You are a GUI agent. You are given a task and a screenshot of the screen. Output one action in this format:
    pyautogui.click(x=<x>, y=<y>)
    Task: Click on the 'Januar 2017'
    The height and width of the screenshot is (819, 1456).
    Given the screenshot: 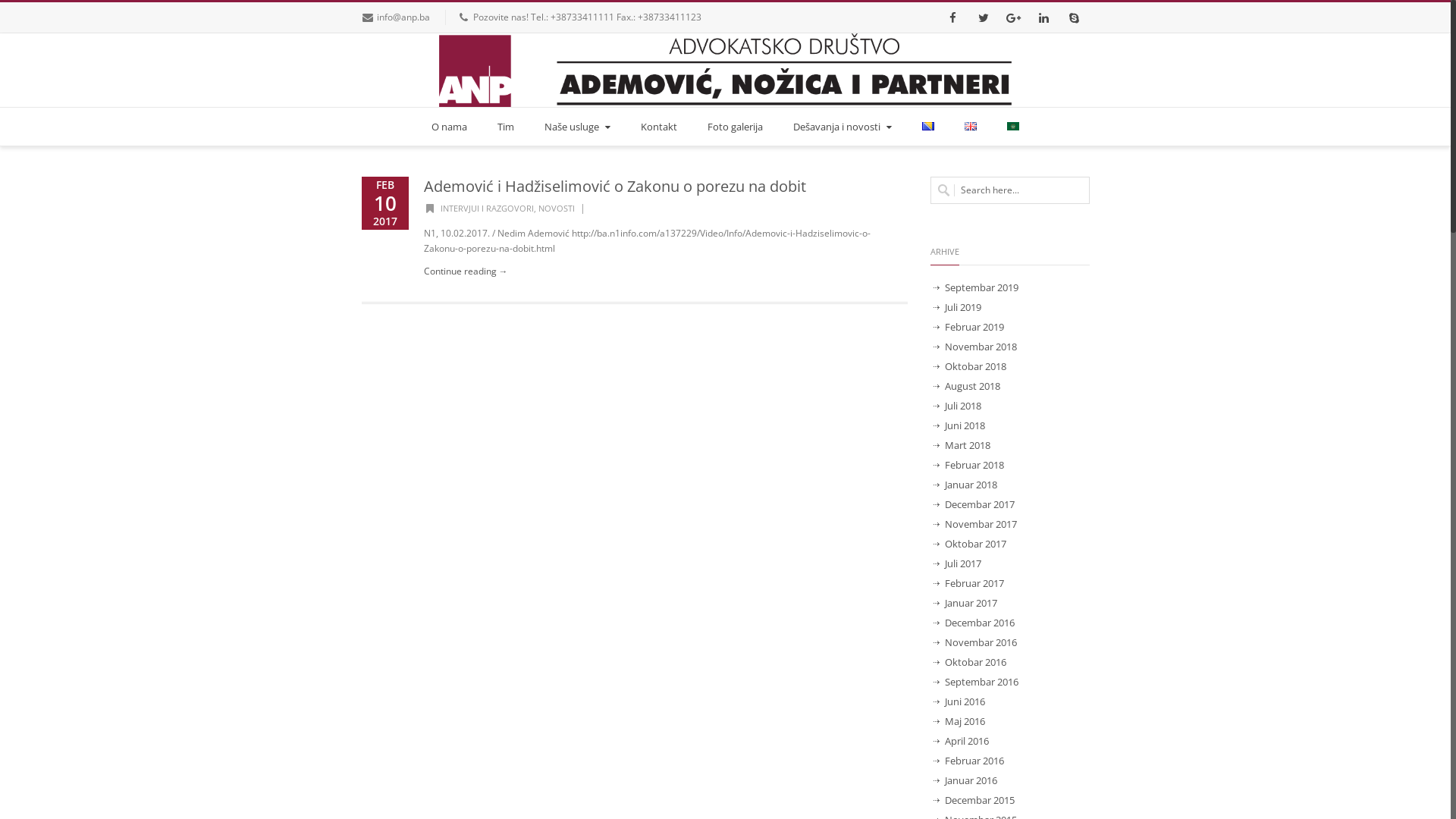 What is the action you would take?
    pyautogui.click(x=931, y=601)
    